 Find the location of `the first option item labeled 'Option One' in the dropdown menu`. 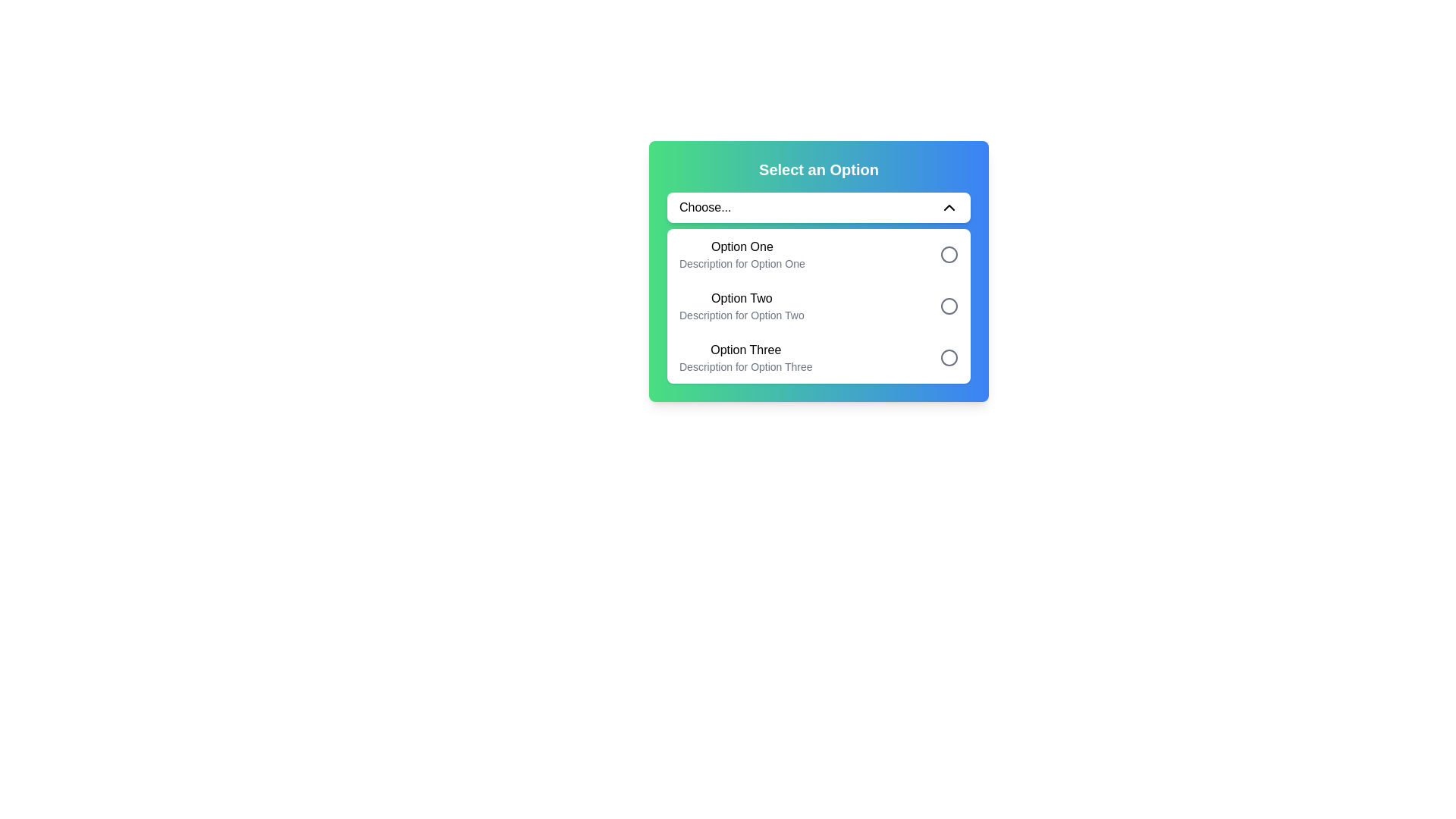

the first option item labeled 'Option One' in the dropdown menu is located at coordinates (818, 253).